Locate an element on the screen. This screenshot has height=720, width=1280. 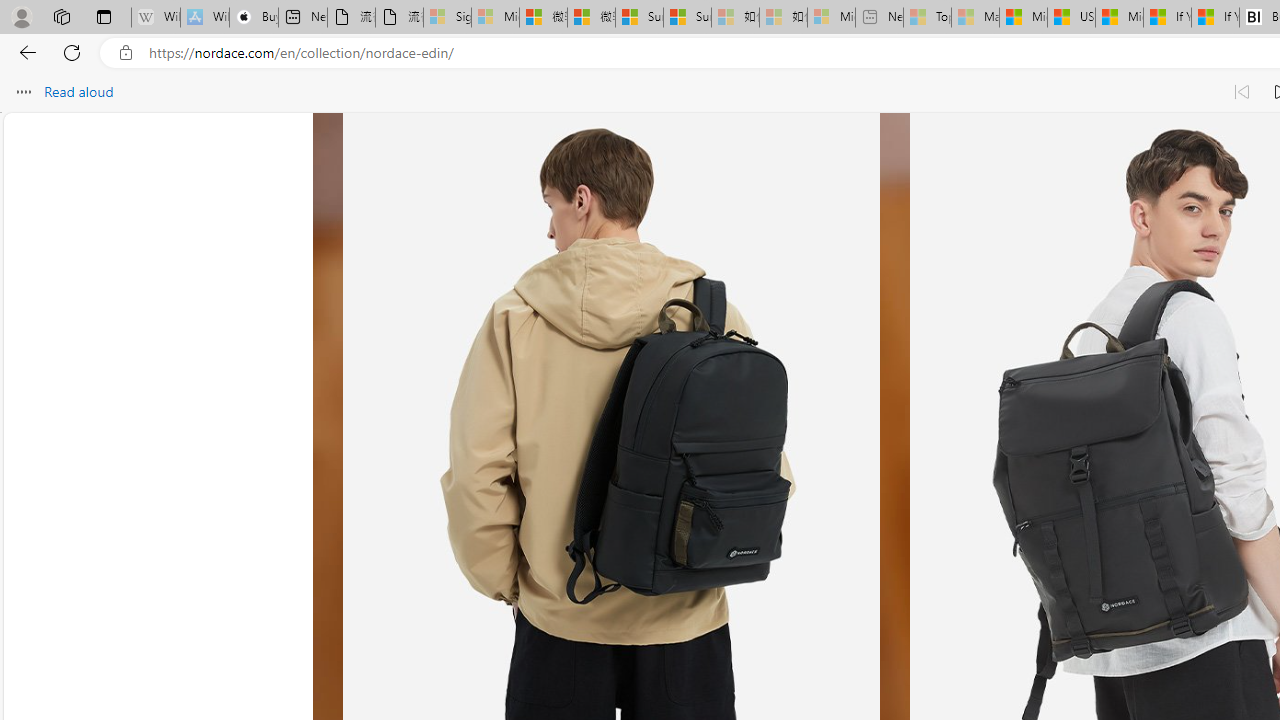
'Top Stories - MSN - Sleeping' is located at coordinates (926, 17).